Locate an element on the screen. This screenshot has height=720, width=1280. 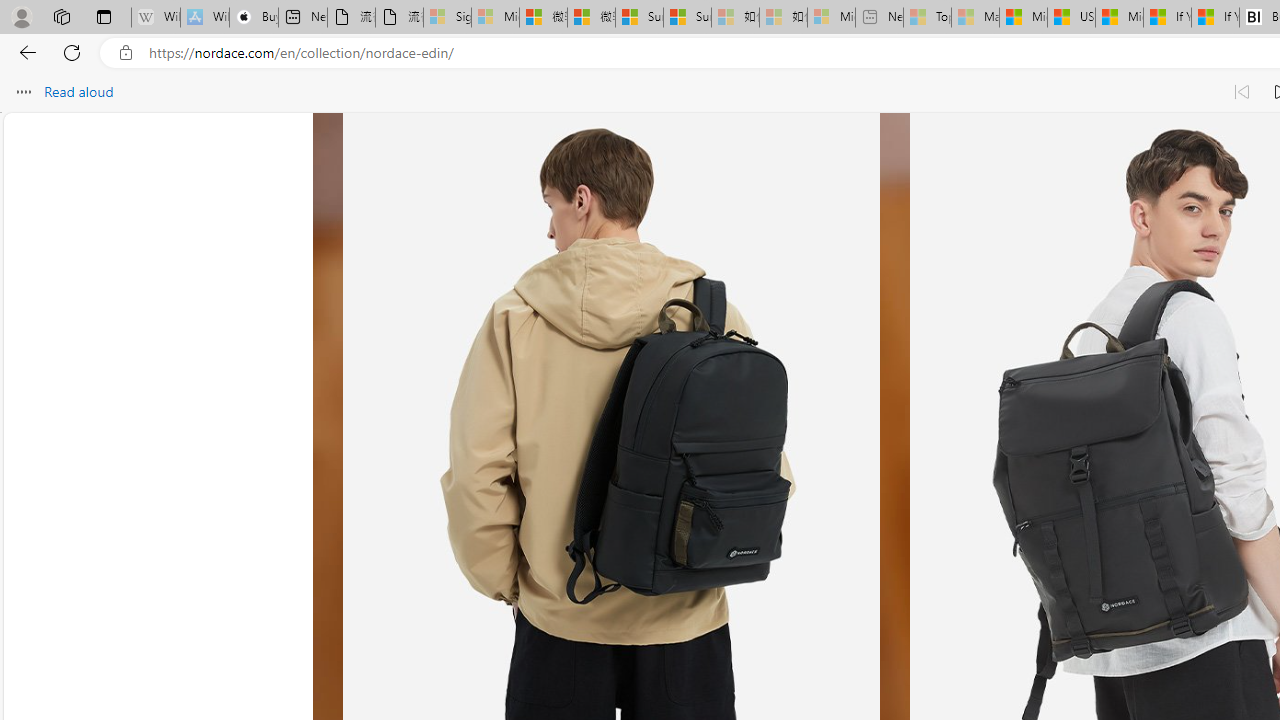
'Top Stories - MSN - Sleeping' is located at coordinates (926, 17).